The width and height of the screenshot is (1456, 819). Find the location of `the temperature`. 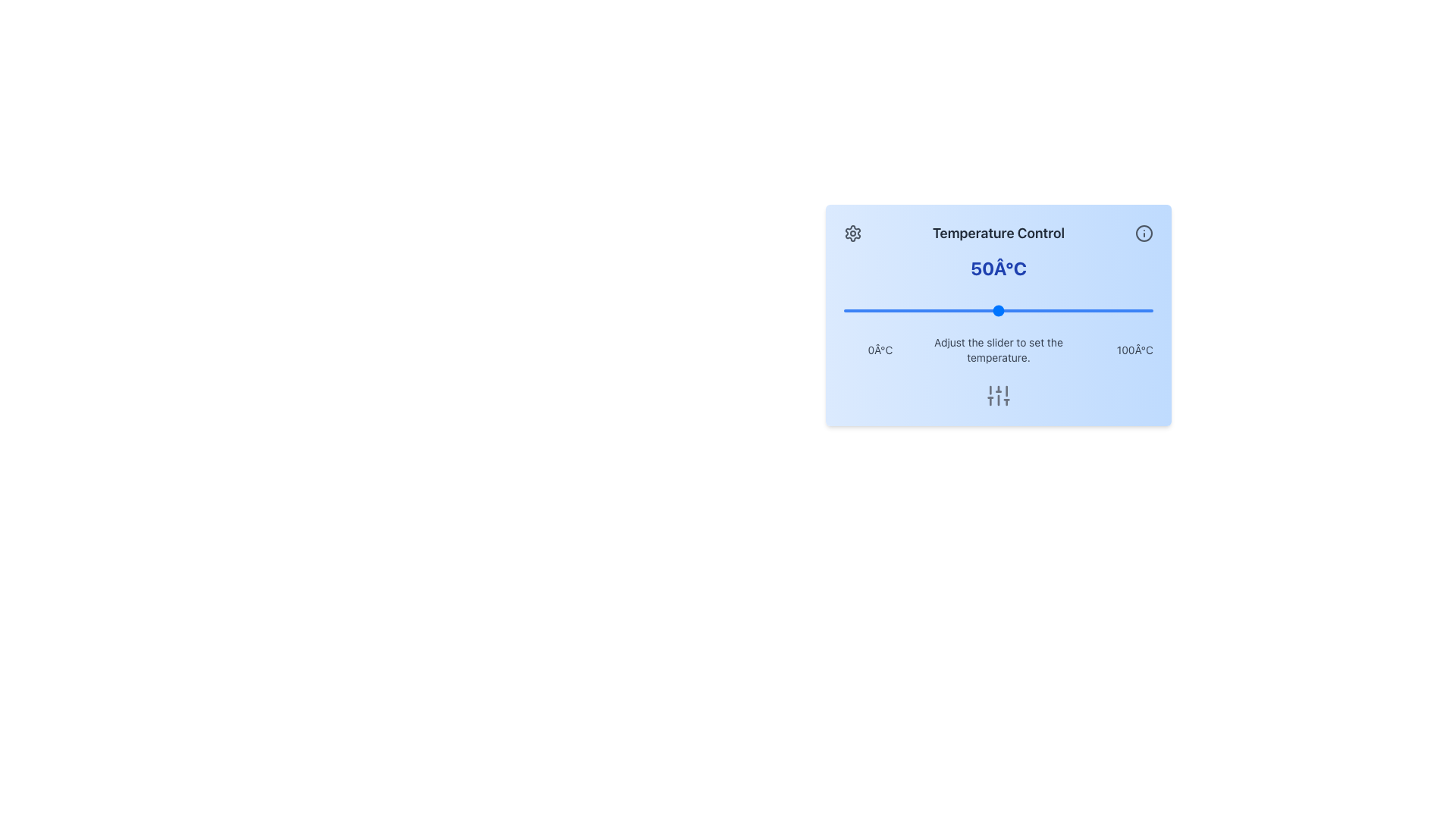

the temperature is located at coordinates (1116, 309).